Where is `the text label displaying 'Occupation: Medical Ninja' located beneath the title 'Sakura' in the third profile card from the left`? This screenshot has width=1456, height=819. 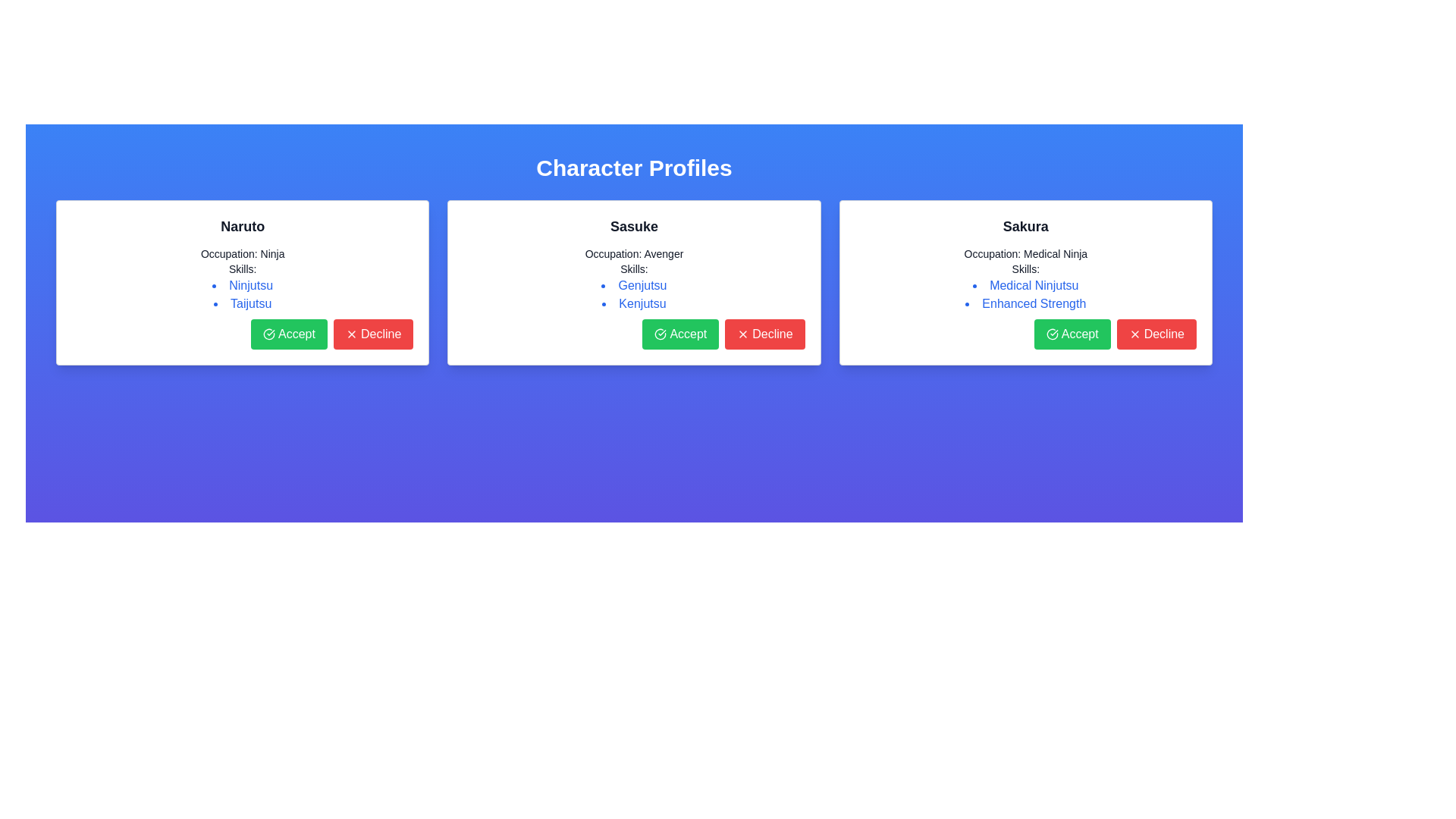 the text label displaying 'Occupation: Medical Ninja' located beneath the title 'Sakura' in the third profile card from the left is located at coordinates (1025, 253).